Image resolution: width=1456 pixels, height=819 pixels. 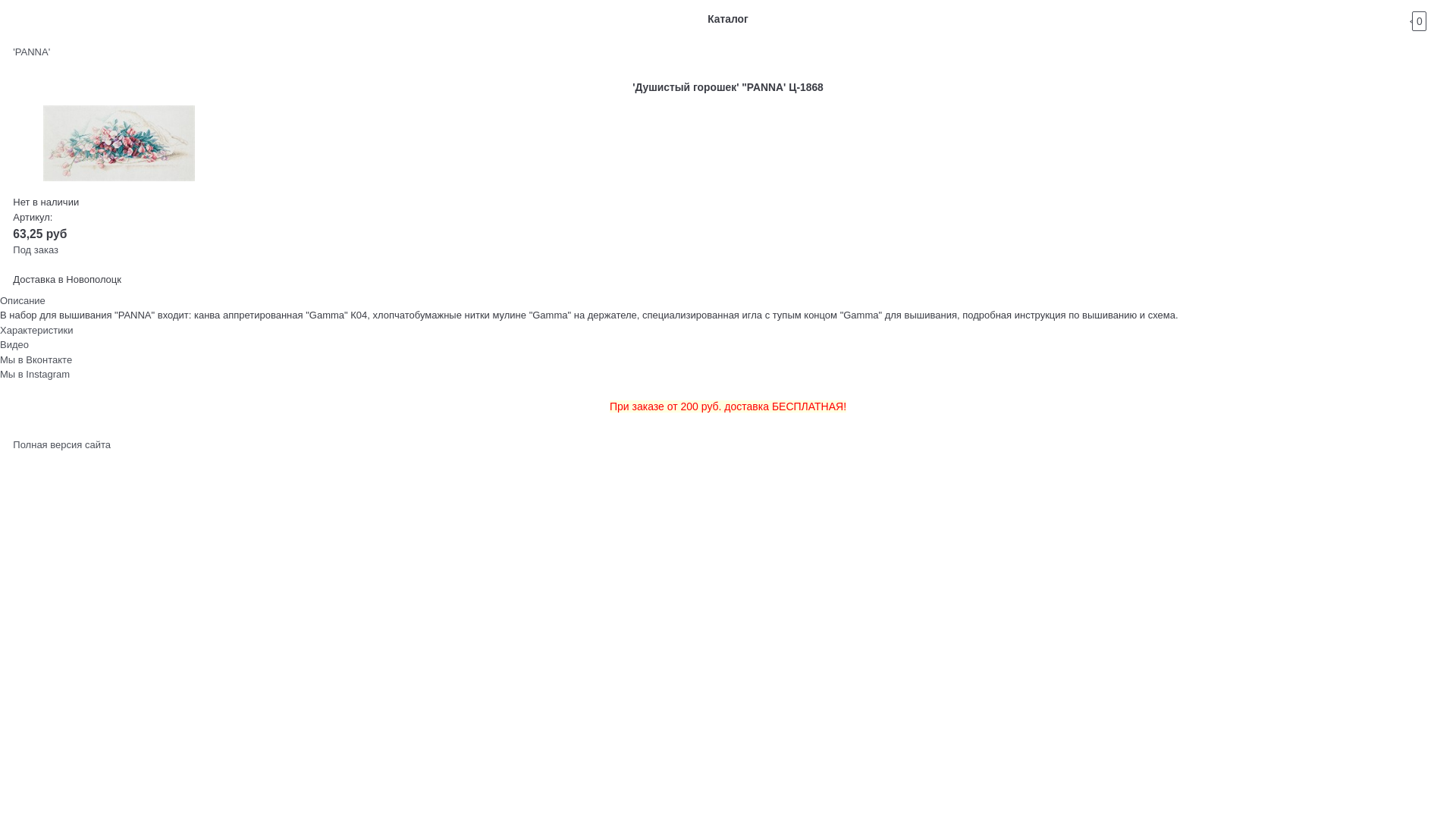 What do you see at coordinates (1432, 18) in the screenshot?
I see `'0'` at bounding box center [1432, 18].